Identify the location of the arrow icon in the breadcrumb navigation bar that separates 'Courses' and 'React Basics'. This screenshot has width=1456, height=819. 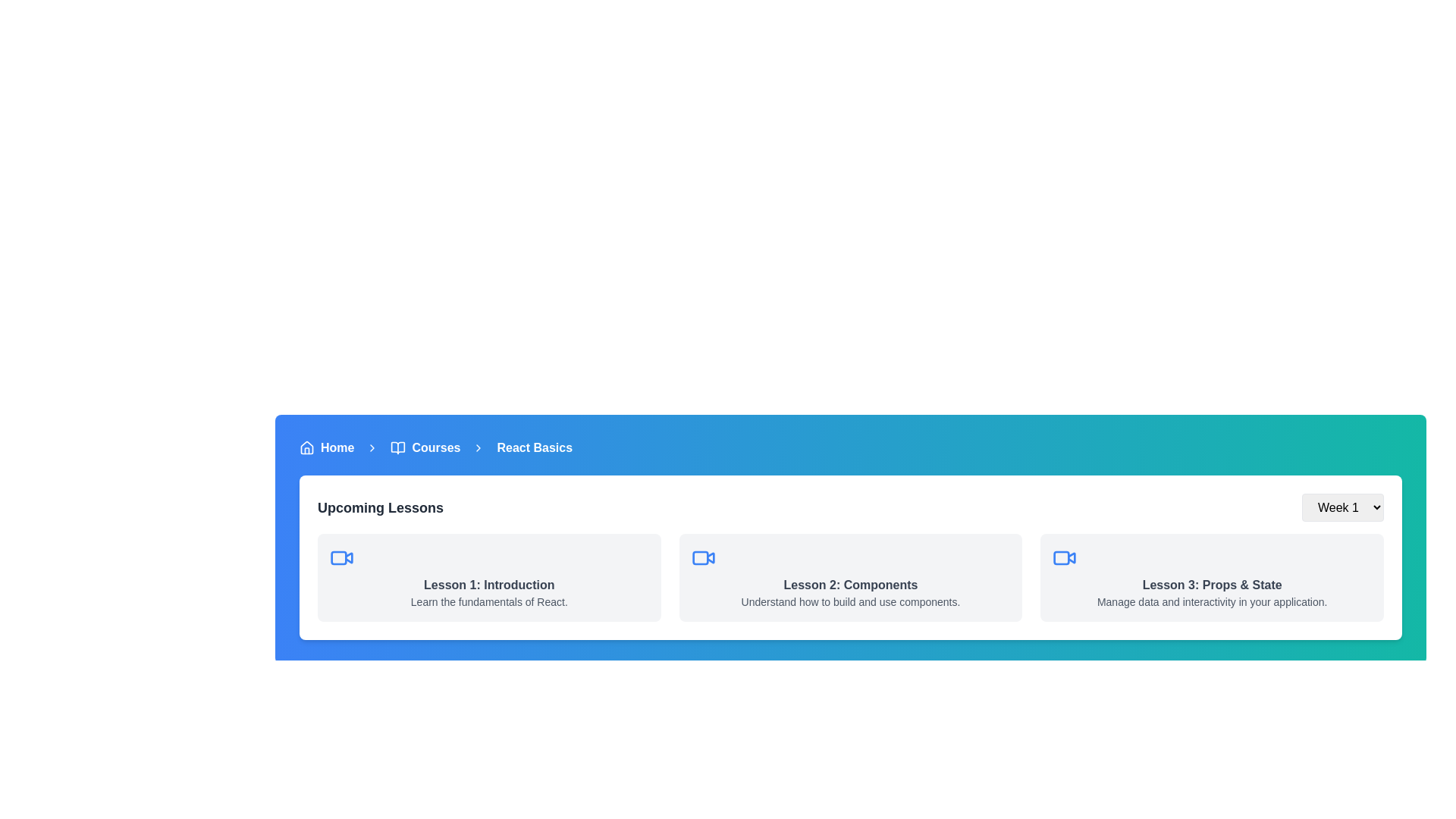
(478, 447).